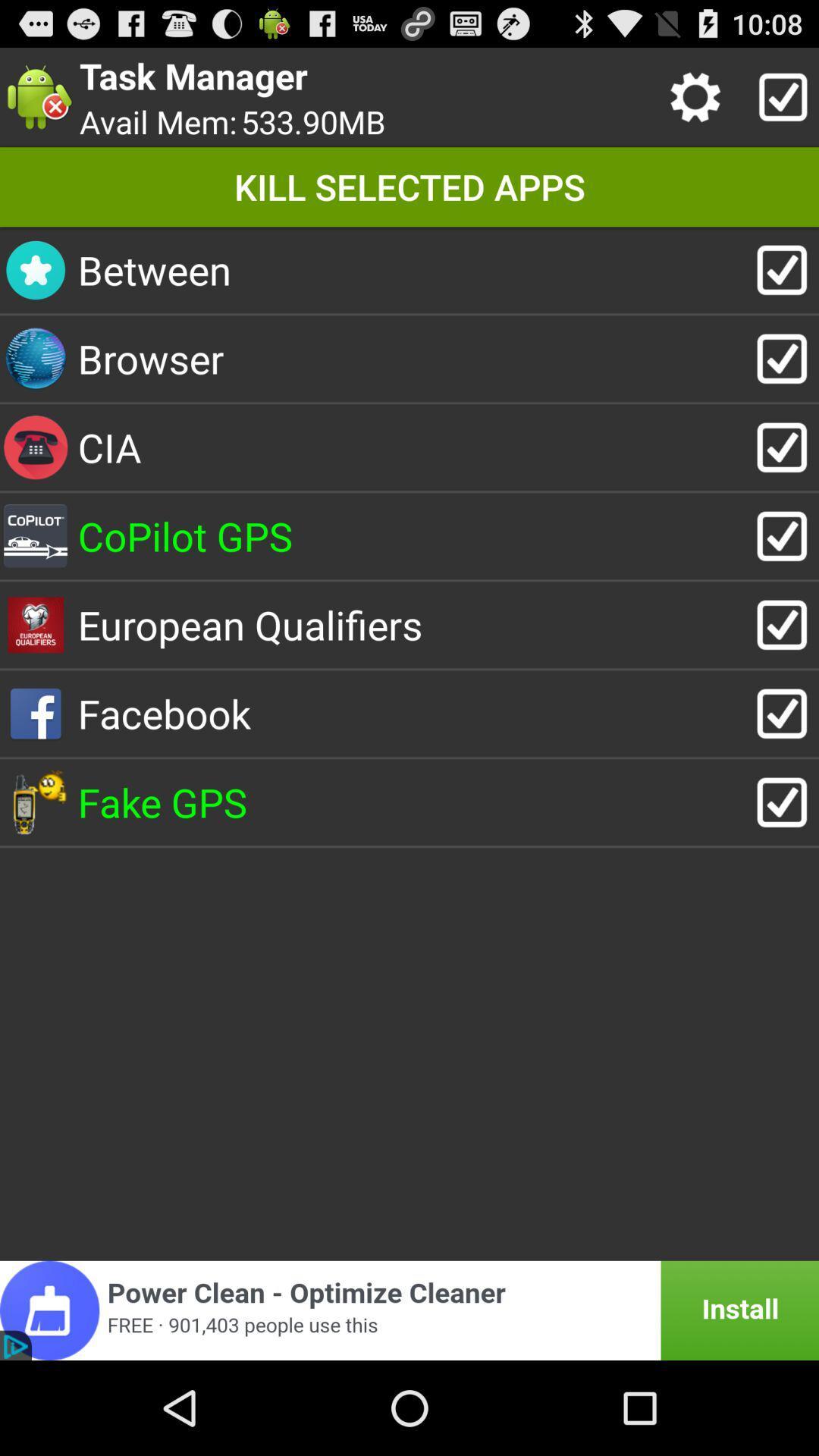 The image size is (819, 1456). What do you see at coordinates (409, 1310) in the screenshot?
I see `go back` at bounding box center [409, 1310].